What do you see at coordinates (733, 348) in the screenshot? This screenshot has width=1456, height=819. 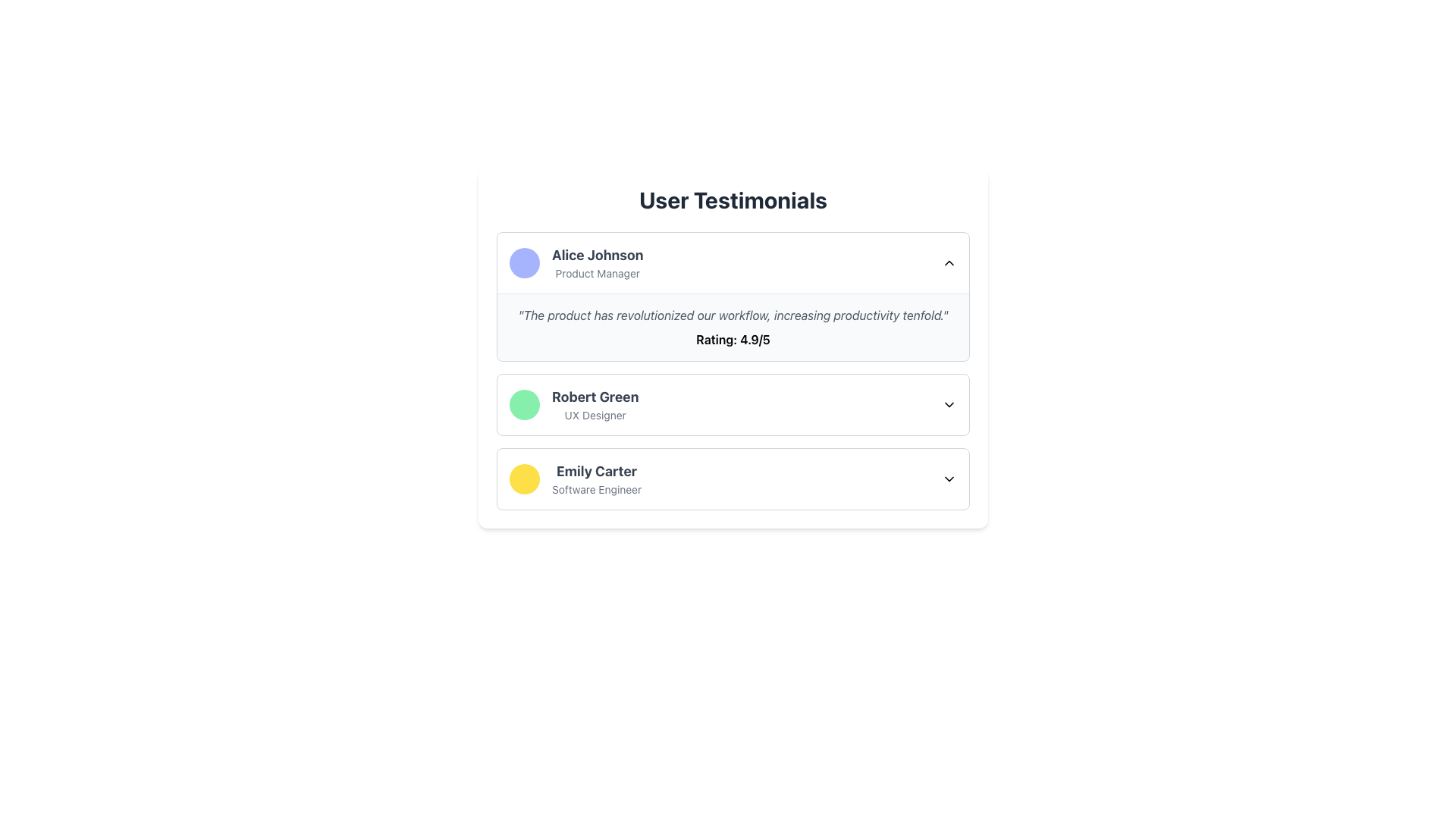 I see `testimonials from the first card in the 'User Testimonials' section, which includes user feedback, names, and titles` at bounding box center [733, 348].